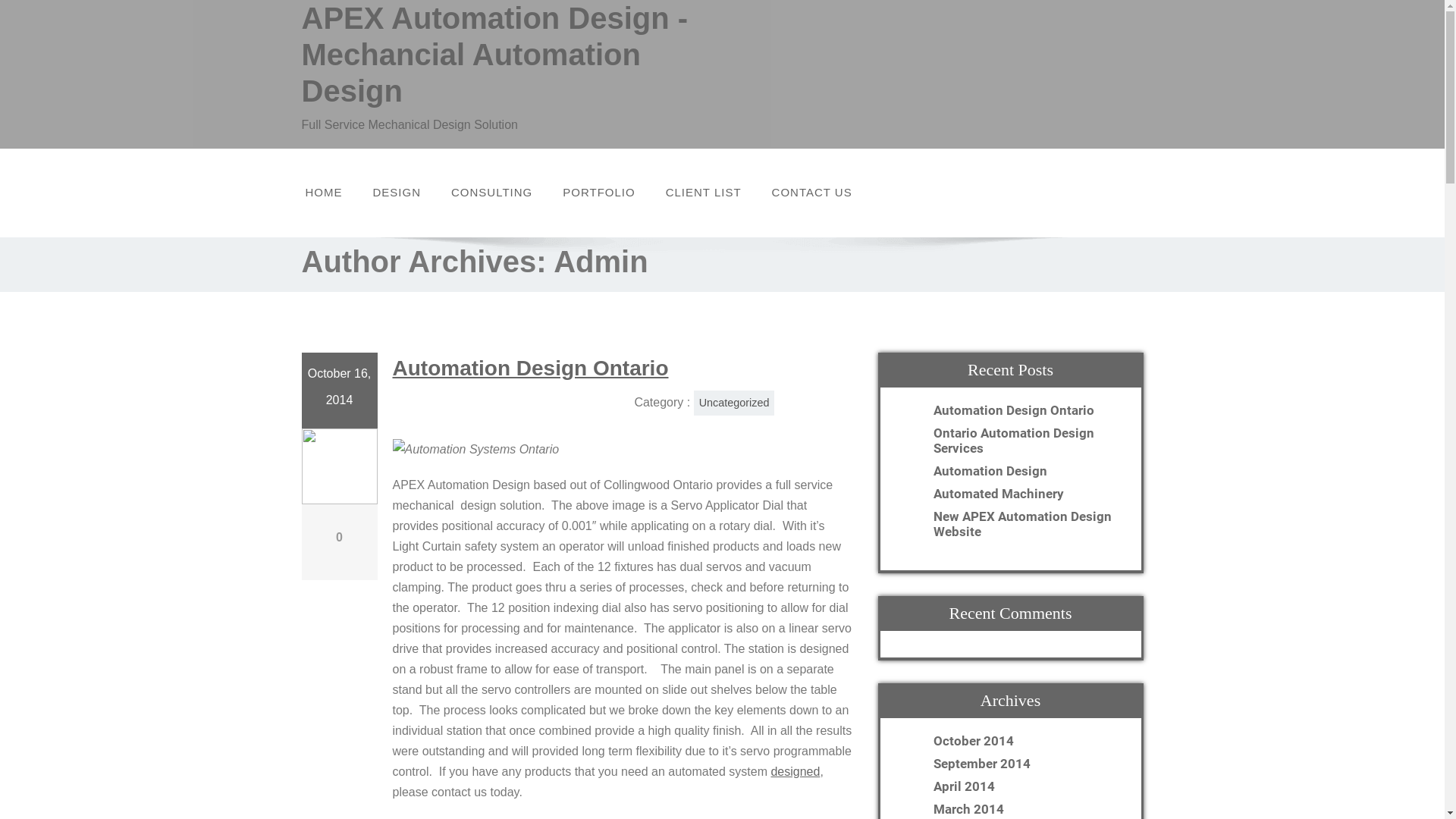  What do you see at coordinates (651, 192) in the screenshot?
I see `'CLIENT LIST'` at bounding box center [651, 192].